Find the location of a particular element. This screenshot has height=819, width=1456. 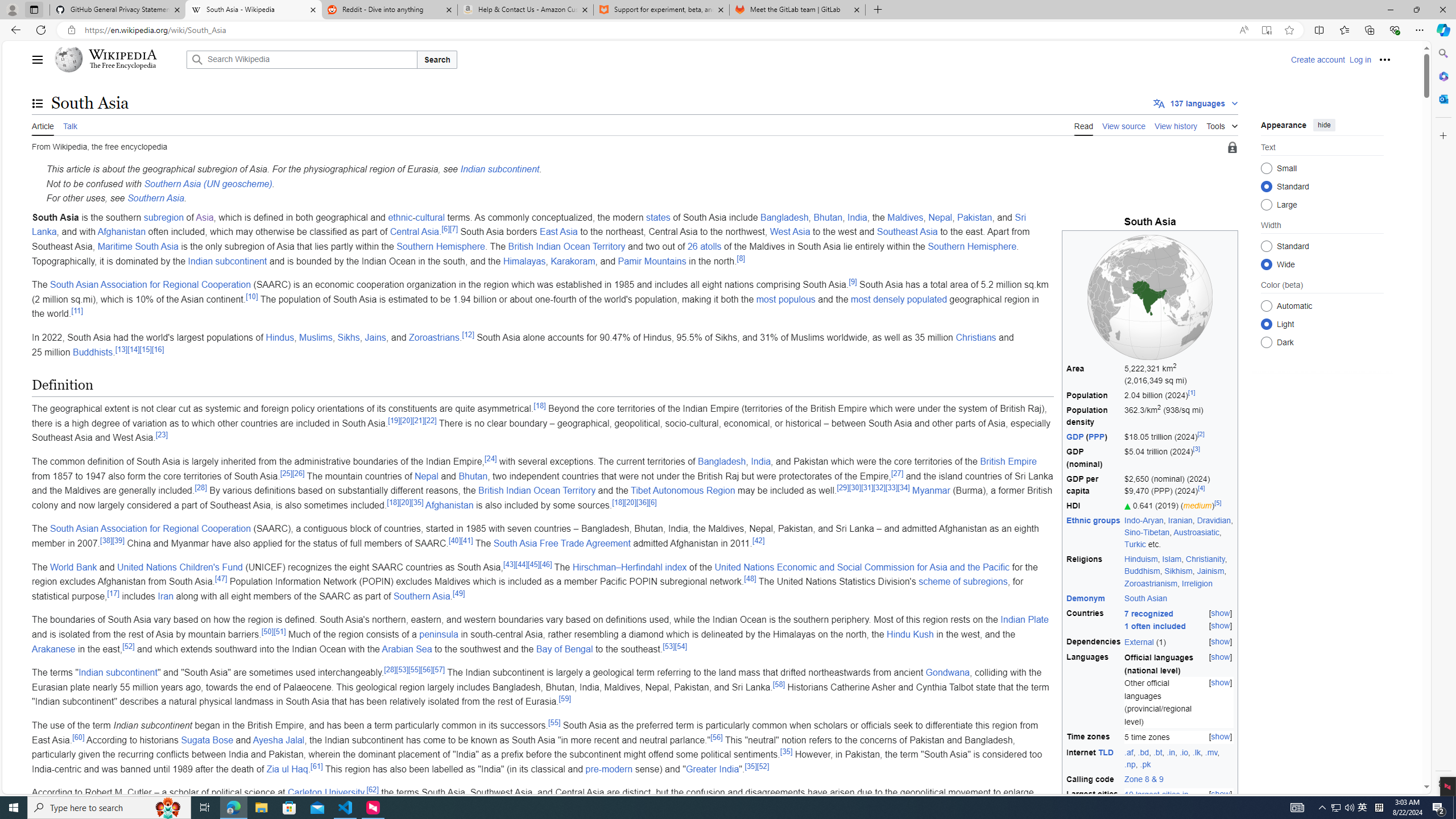

'.mv' is located at coordinates (1210, 751).